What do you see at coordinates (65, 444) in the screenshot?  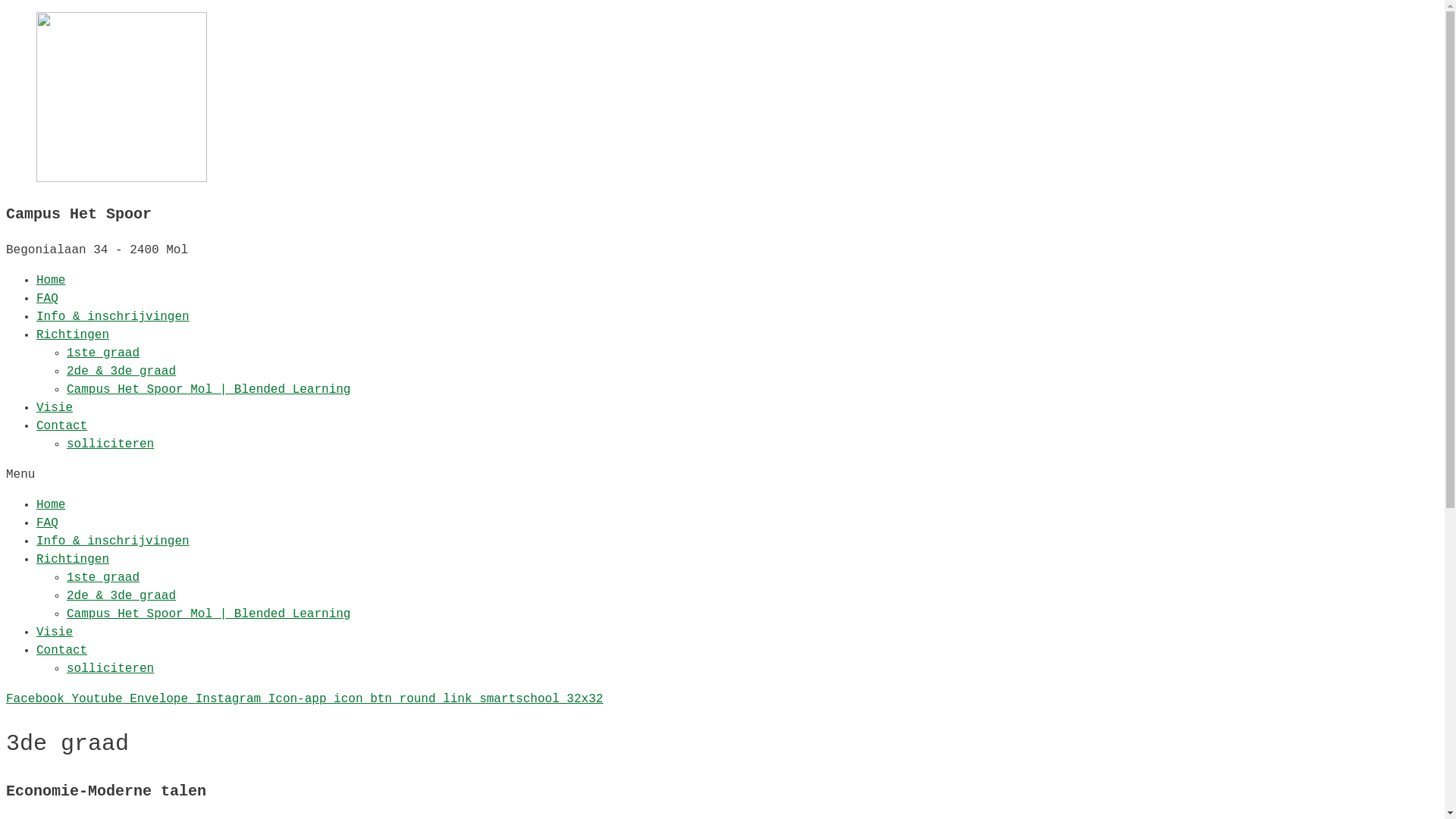 I see `'solliciteren'` at bounding box center [65, 444].